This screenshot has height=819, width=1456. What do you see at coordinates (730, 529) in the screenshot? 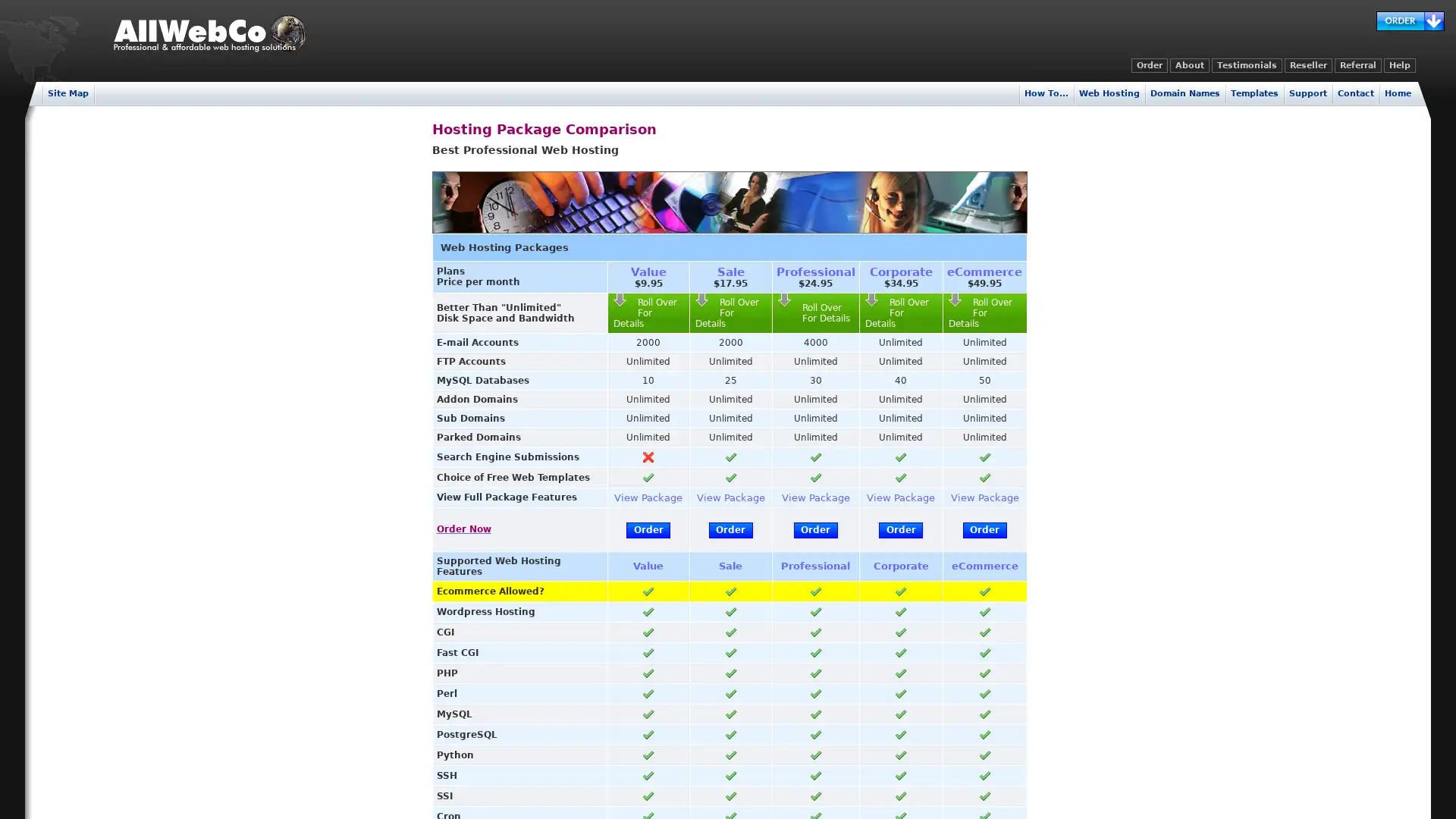
I see `Order` at bounding box center [730, 529].